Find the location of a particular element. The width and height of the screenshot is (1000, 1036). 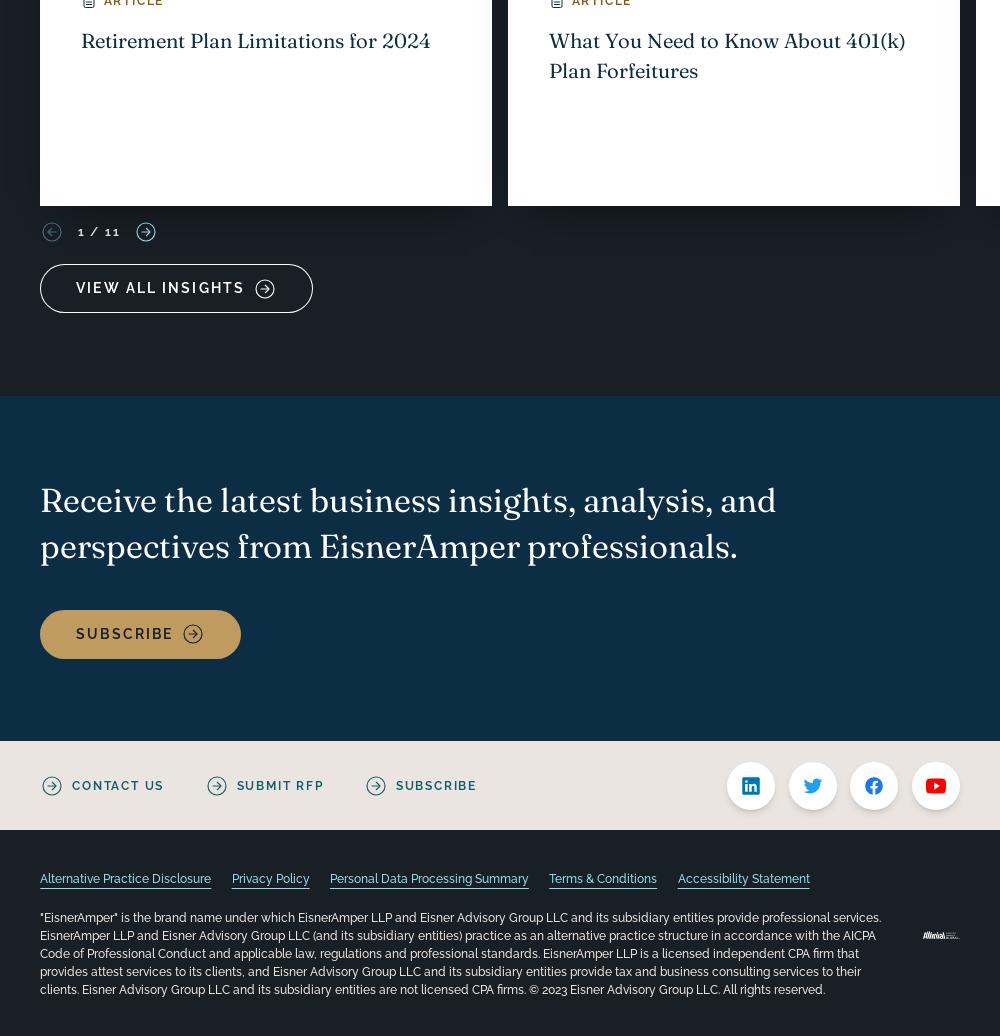

'View All Insights' is located at coordinates (75, 286).